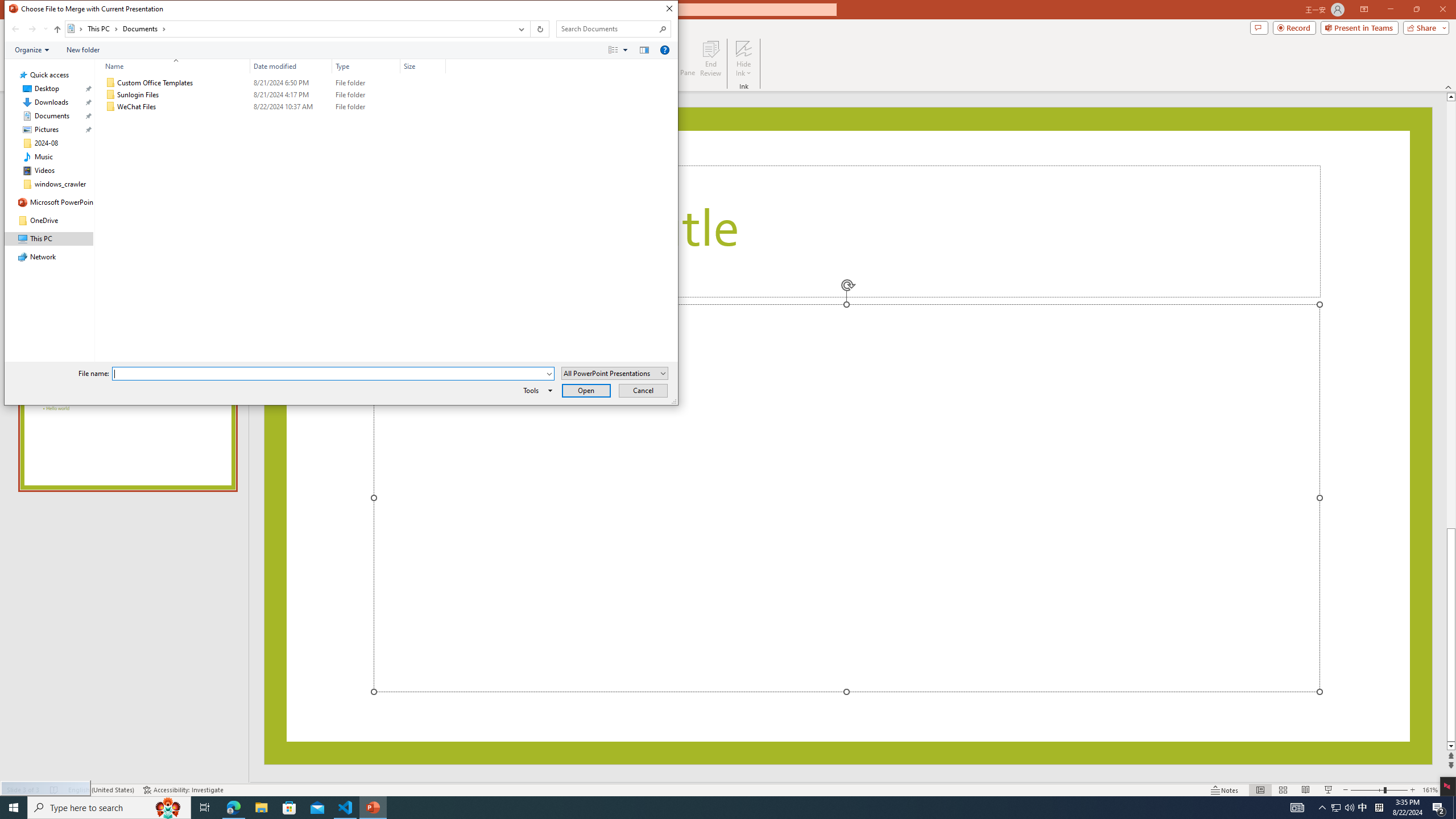 This screenshot has height=819, width=1456. What do you see at coordinates (663, 28) in the screenshot?
I see `'Search'` at bounding box center [663, 28].